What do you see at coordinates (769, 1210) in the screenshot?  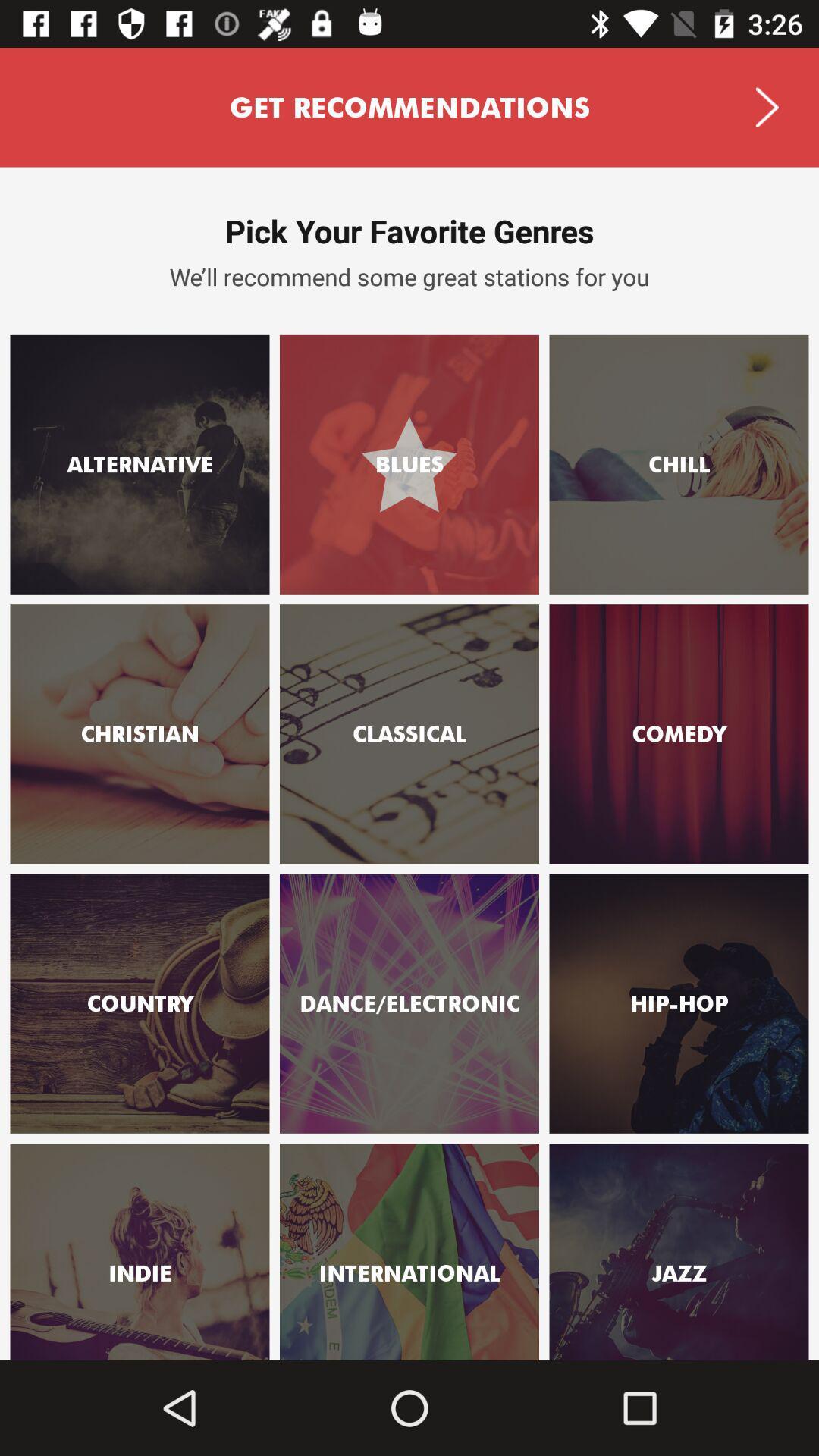 I see `the star icon` at bounding box center [769, 1210].